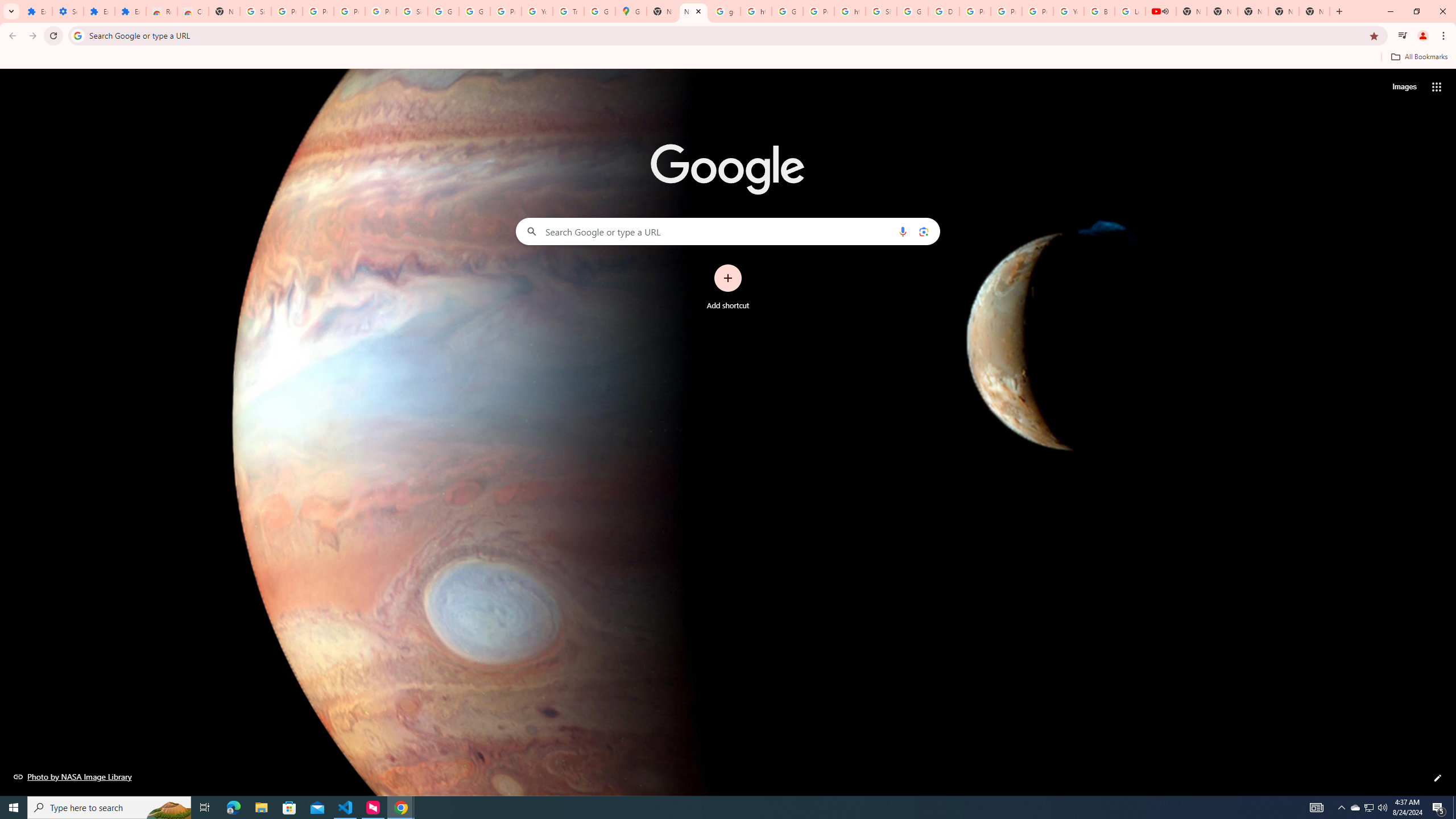  What do you see at coordinates (755, 11) in the screenshot?
I see `'https://scholar.google.com/'` at bounding box center [755, 11].